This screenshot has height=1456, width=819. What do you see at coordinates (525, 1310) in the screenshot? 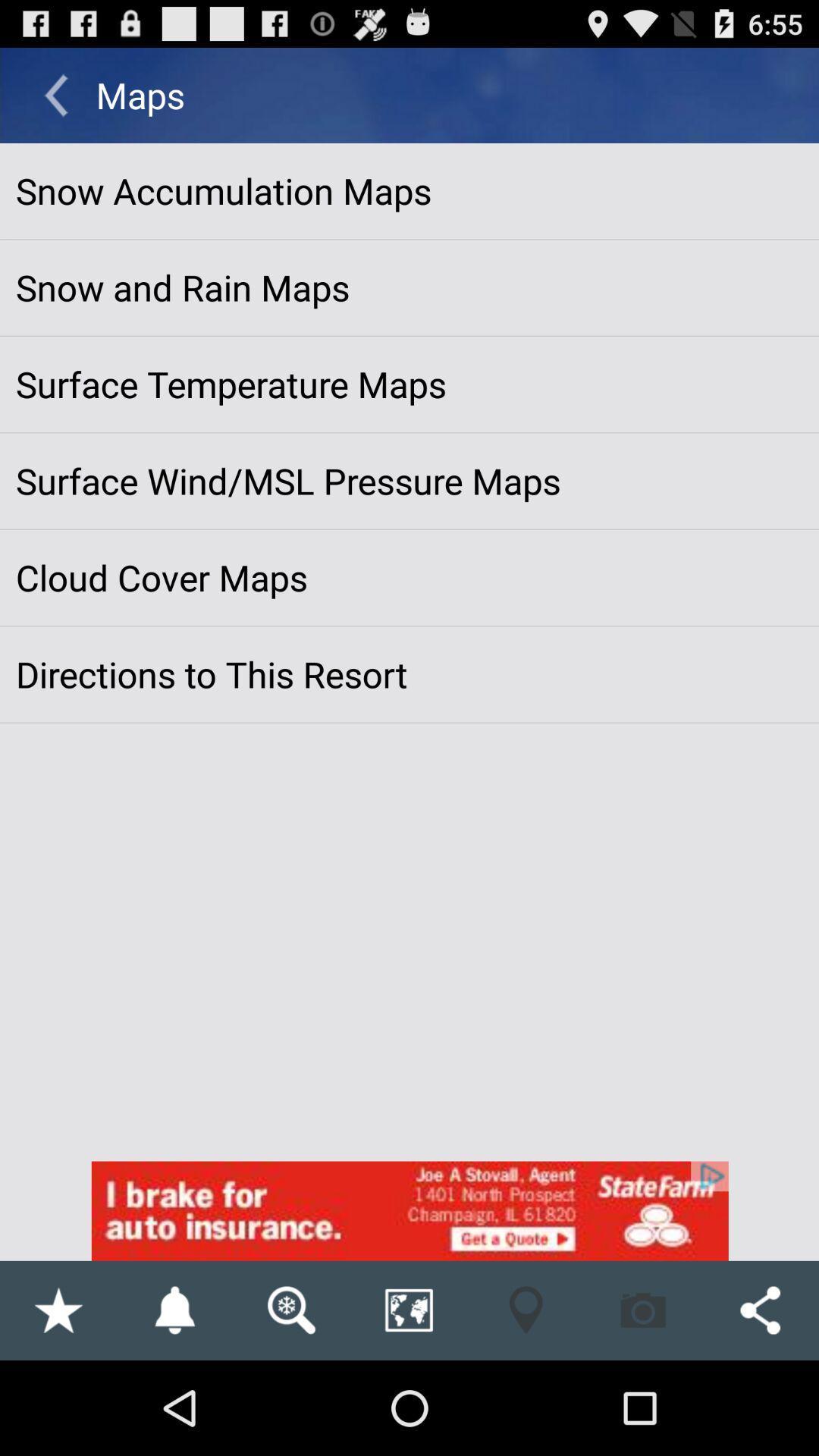
I see `enable location` at bounding box center [525, 1310].